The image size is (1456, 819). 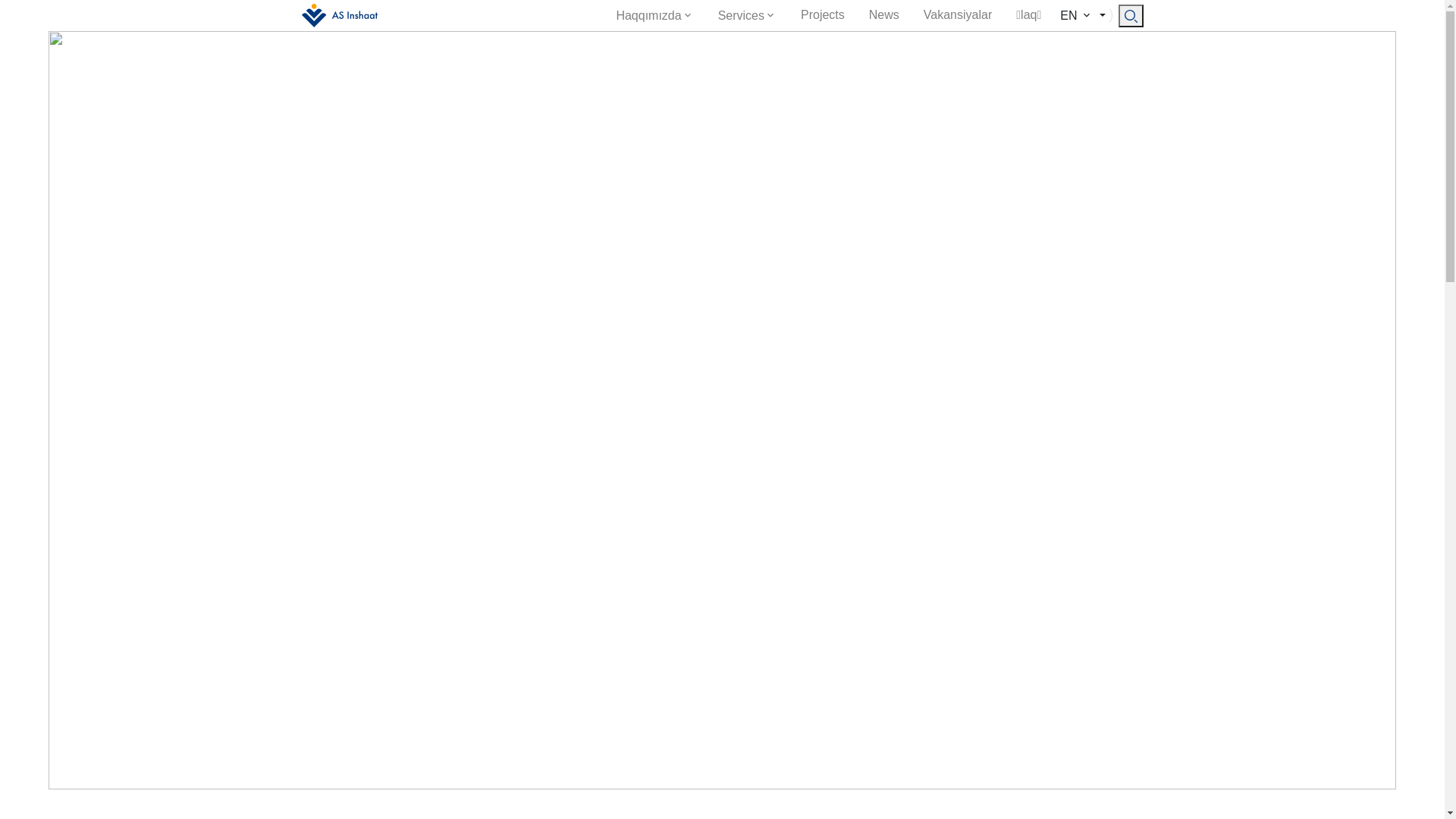 What do you see at coordinates (821, 14) in the screenshot?
I see `'Projects'` at bounding box center [821, 14].